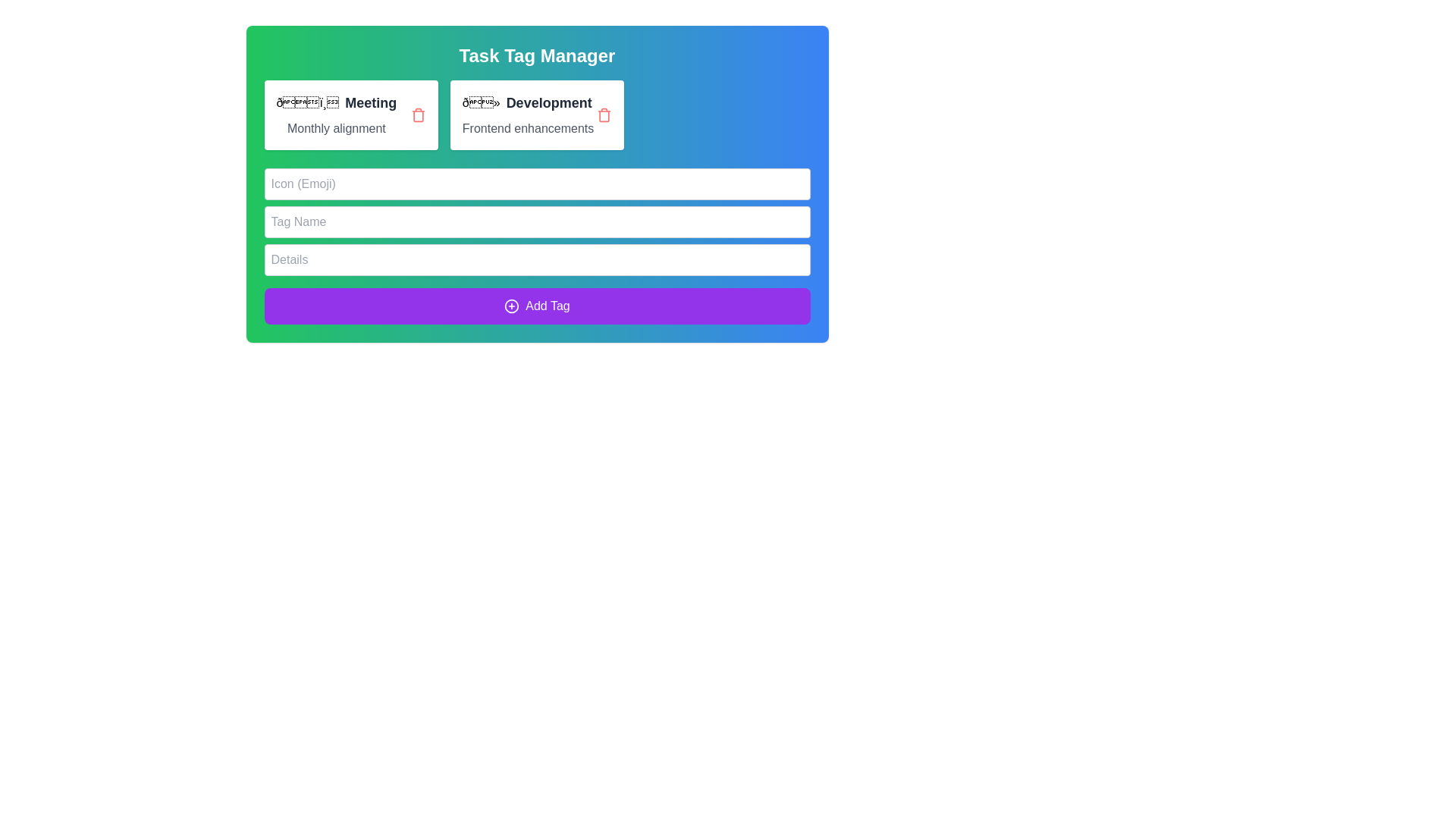  I want to click on the icons on the 'Development' task category card located in the 'Task Tag Manager' interface, so click(537, 114).